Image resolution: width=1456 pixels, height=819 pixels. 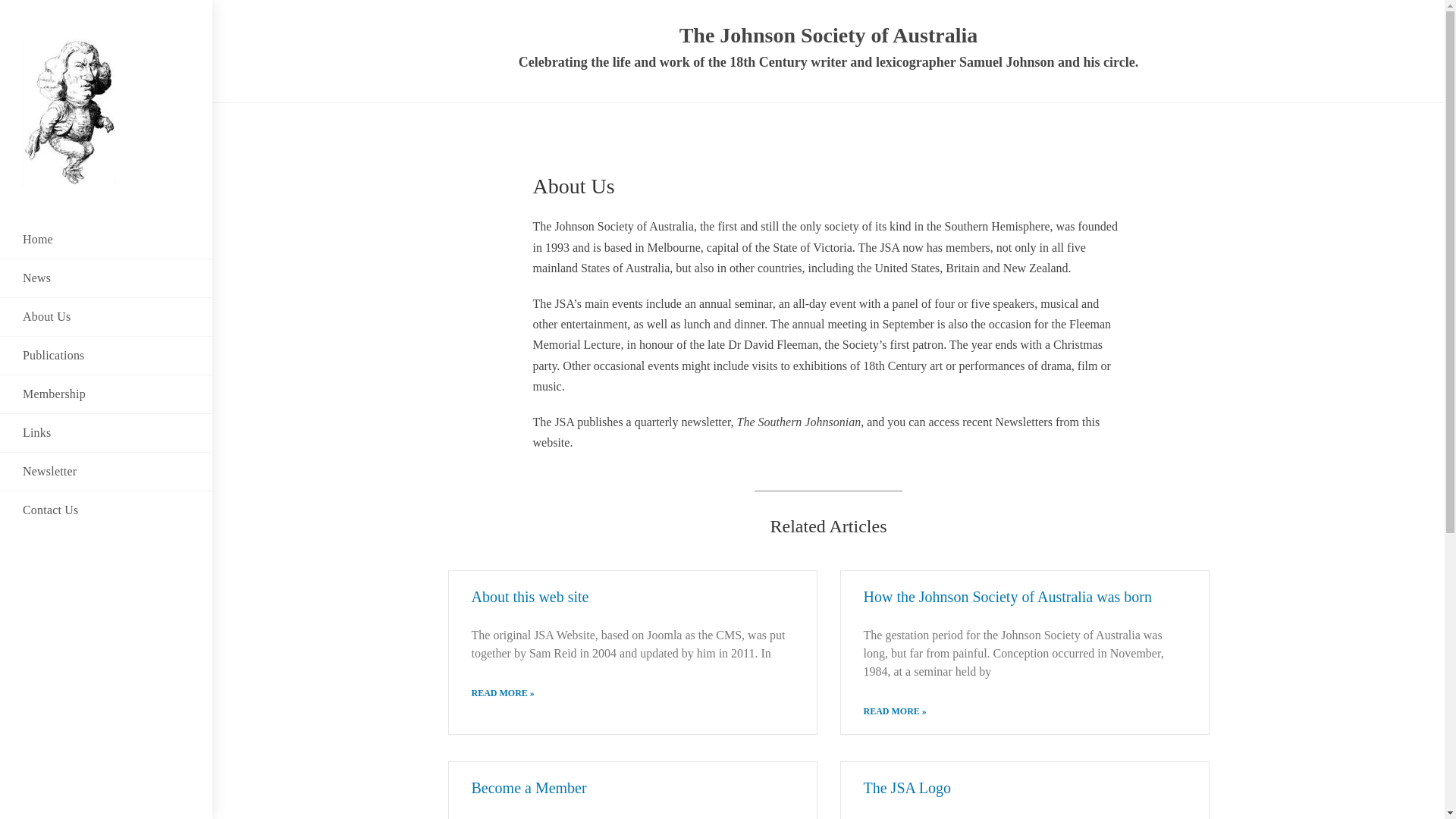 I want to click on 'About Us', so click(x=105, y=315).